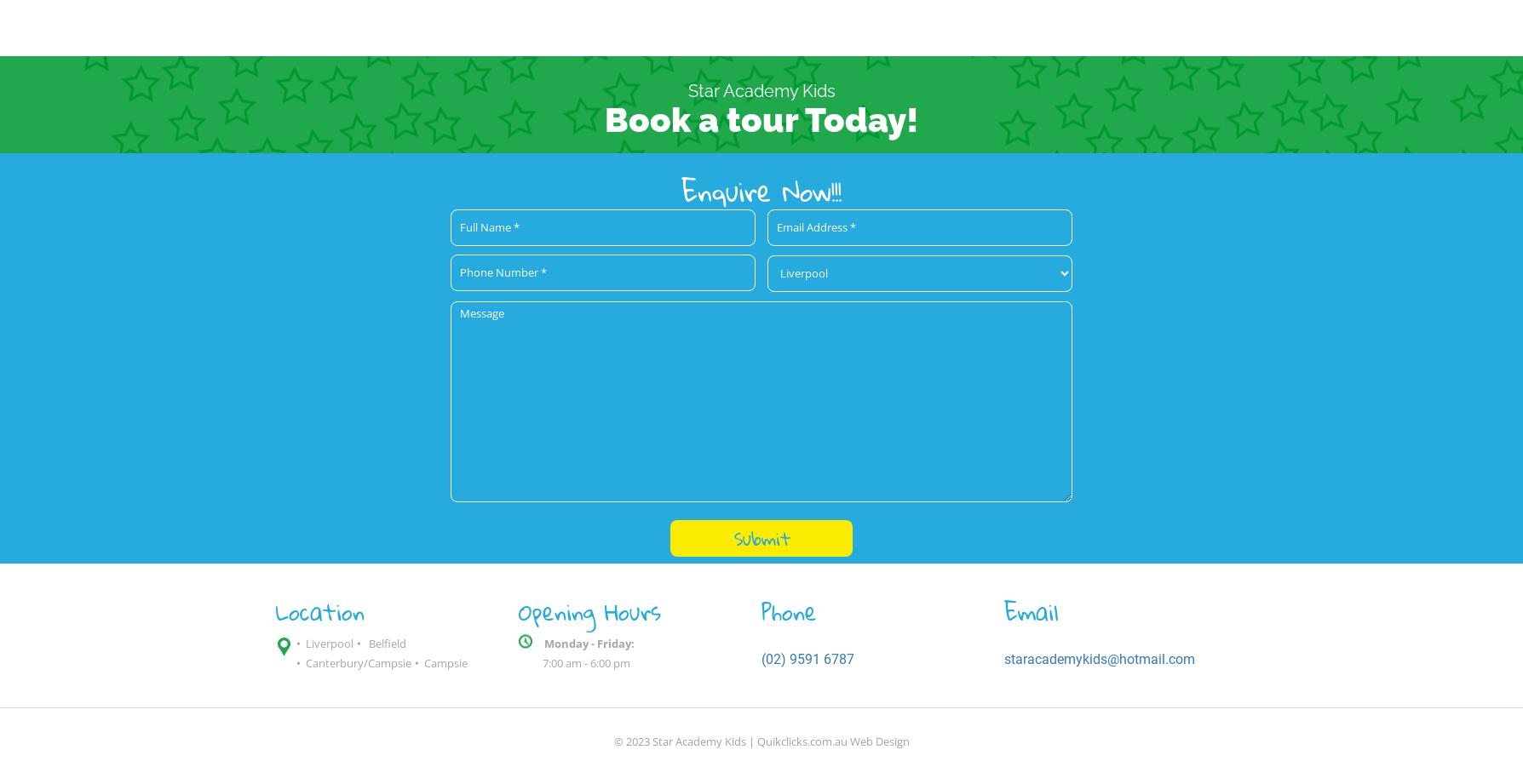 This screenshot has height=784, width=1523. I want to click on 'Canterbury/Campsie', so click(358, 661).